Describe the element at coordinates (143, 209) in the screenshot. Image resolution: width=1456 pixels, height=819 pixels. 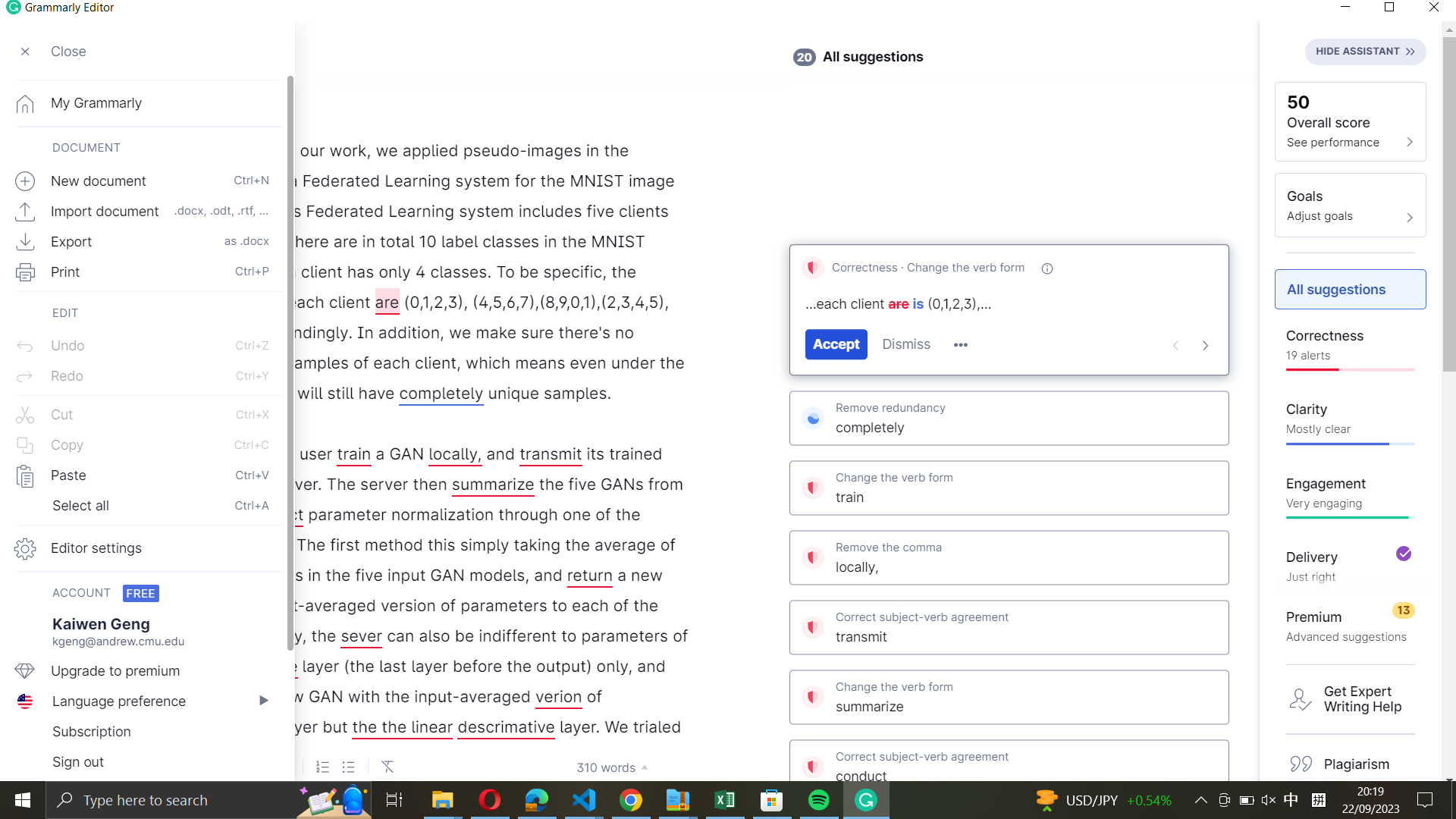
I see `Import the document` at that location.